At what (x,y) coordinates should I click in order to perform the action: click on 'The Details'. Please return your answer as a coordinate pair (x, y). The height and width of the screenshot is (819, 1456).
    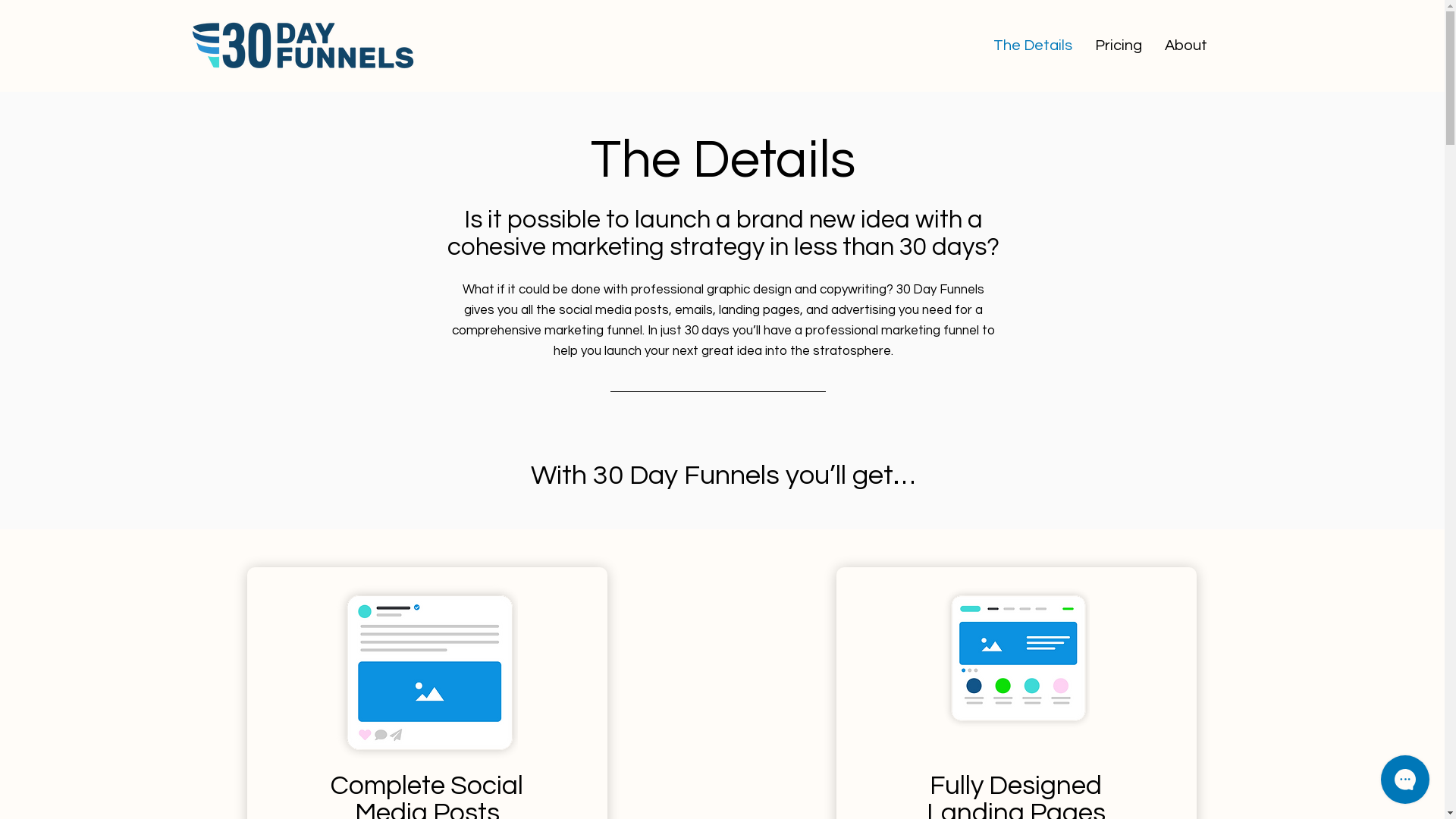
    Looking at the image, I should click on (1032, 45).